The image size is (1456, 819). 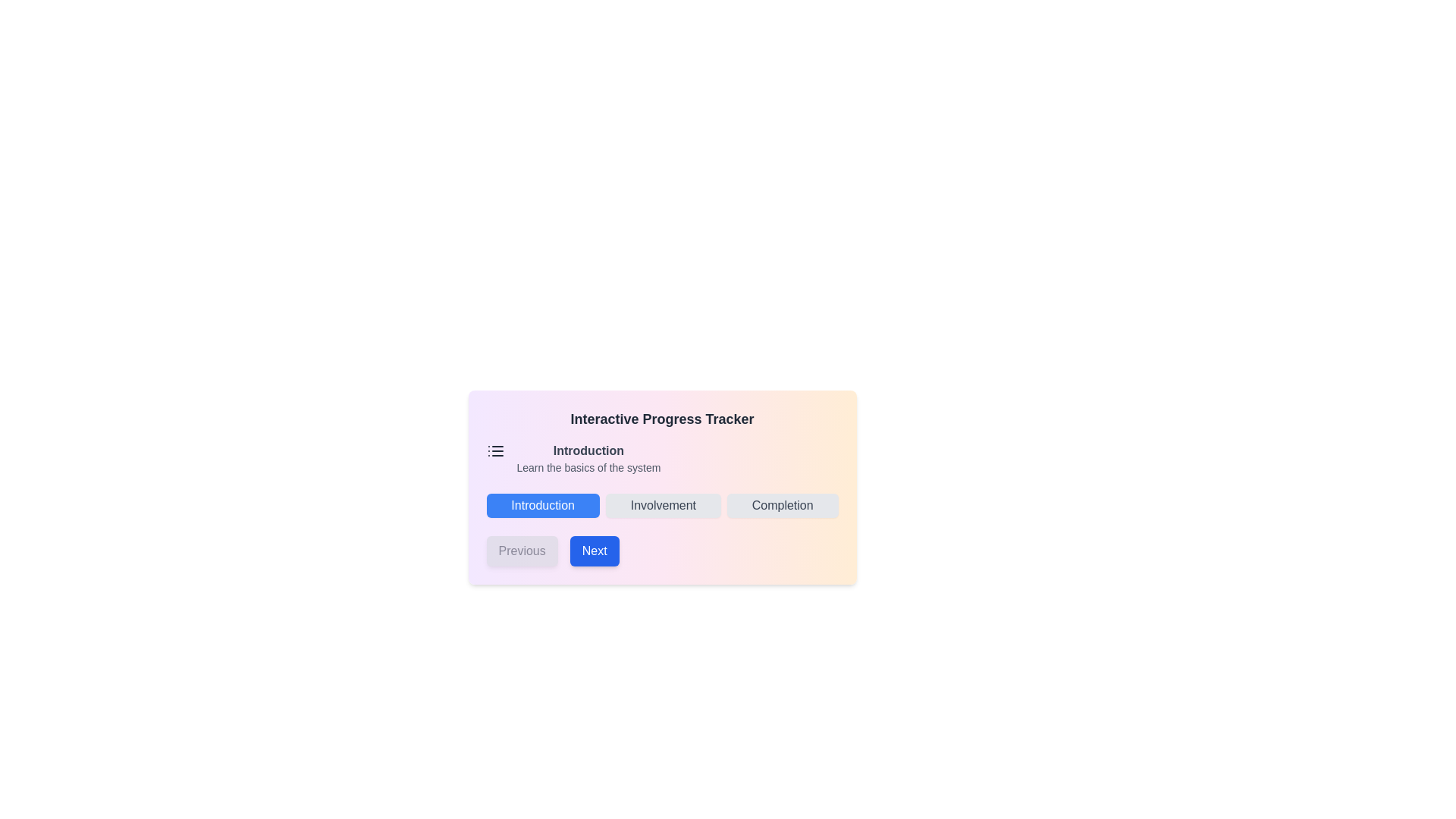 I want to click on the second button in the navigation control bar at the bottom center of the interface to proceed to the next page, so click(x=593, y=551).